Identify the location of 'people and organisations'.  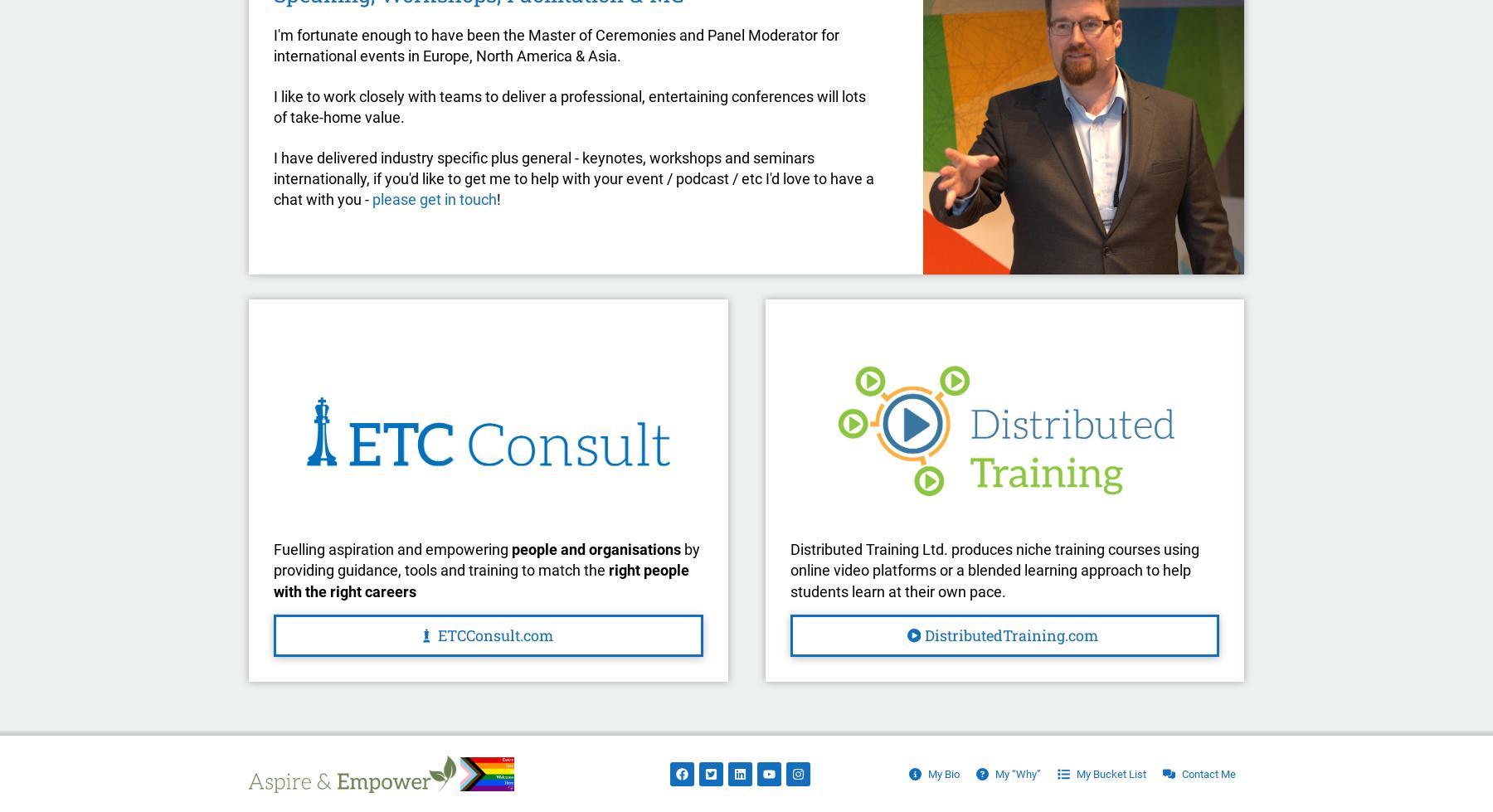
(512, 548).